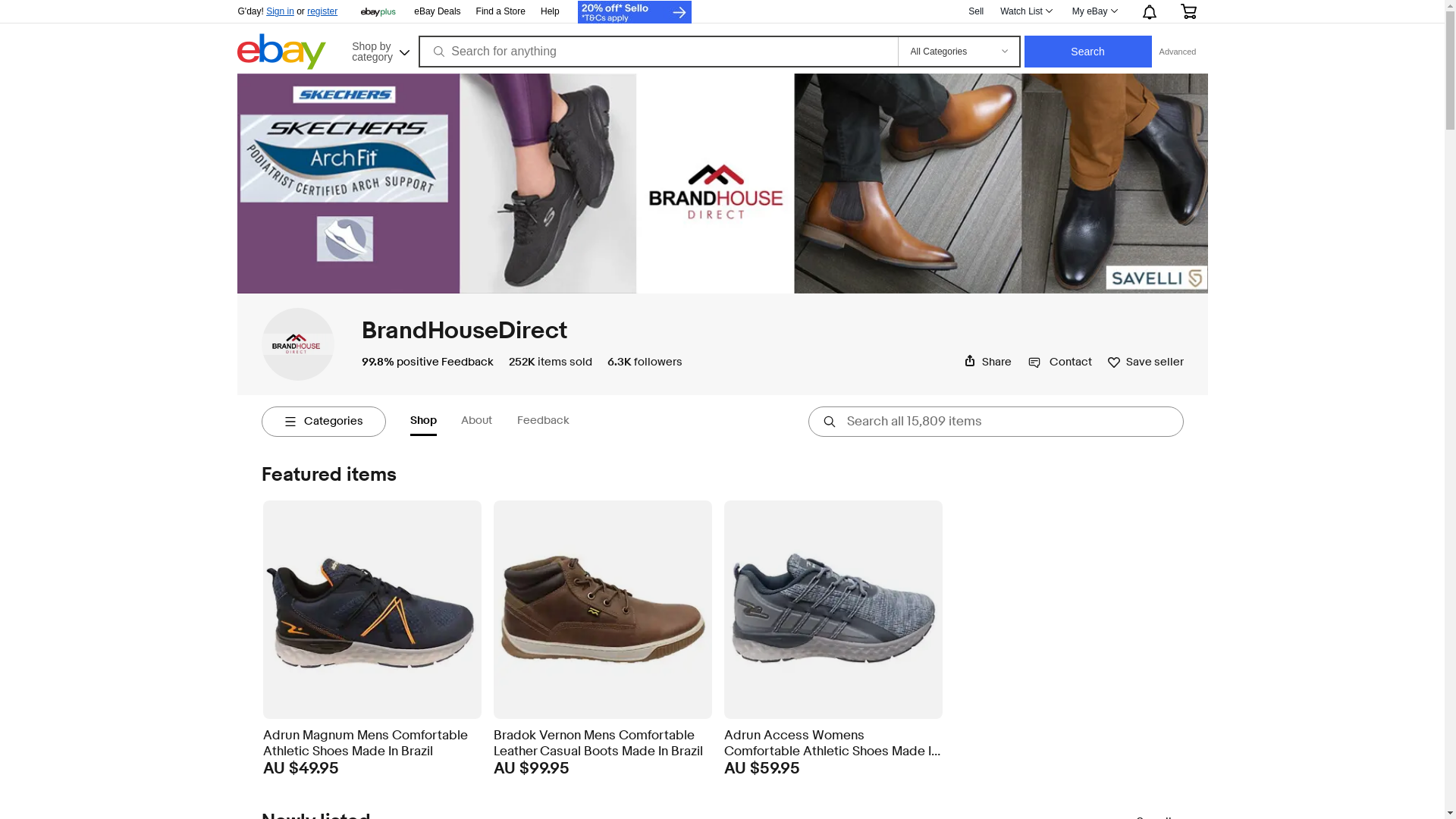 The width and height of the screenshot is (1456, 819). What do you see at coordinates (992, 11) in the screenshot?
I see `'Watch List'` at bounding box center [992, 11].